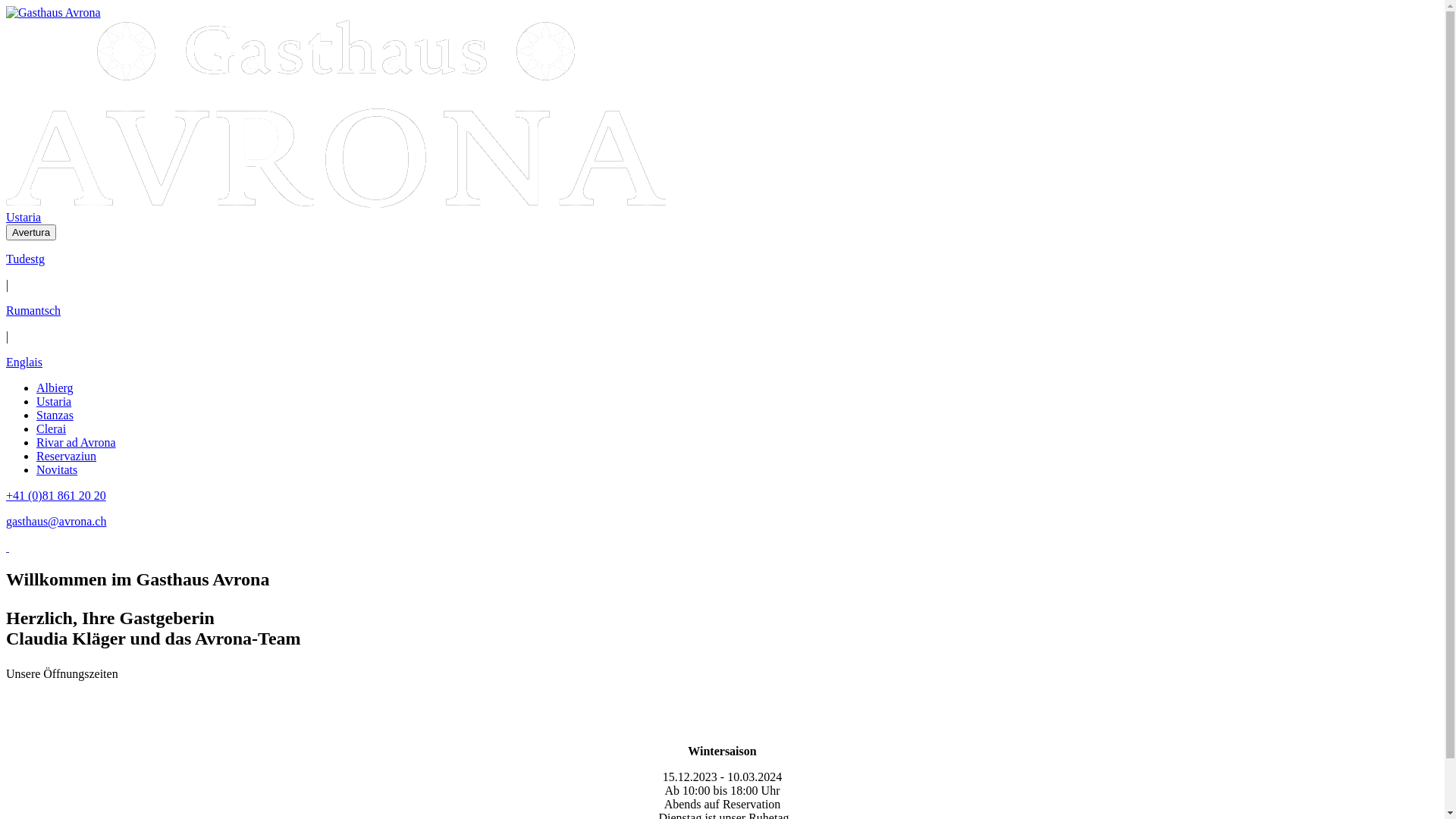 This screenshot has height=819, width=1456. What do you see at coordinates (6, 258) in the screenshot?
I see `'Tudestg'` at bounding box center [6, 258].